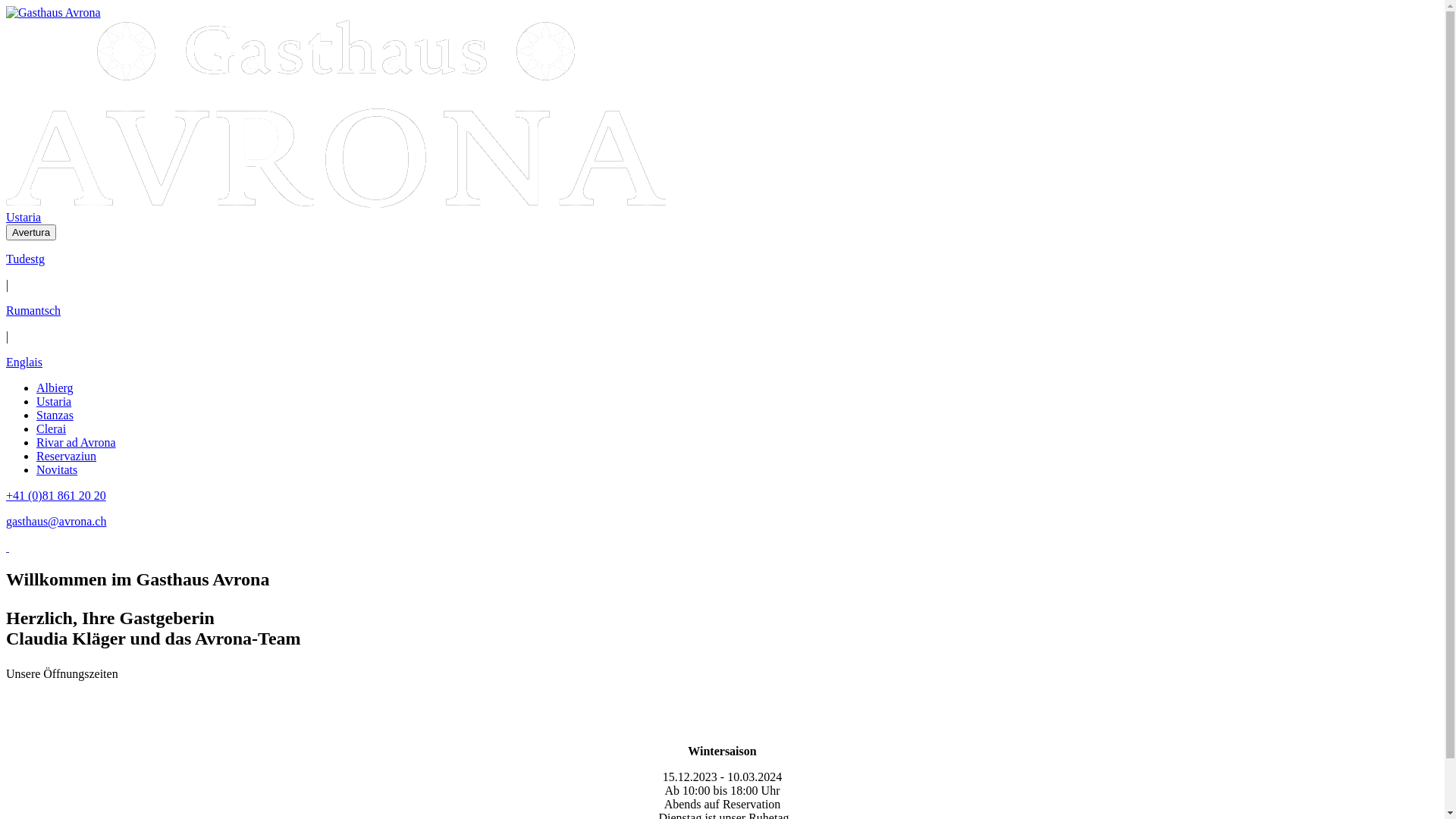 This screenshot has height=819, width=1456. What do you see at coordinates (6, 258) in the screenshot?
I see `'Tudestg'` at bounding box center [6, 258].